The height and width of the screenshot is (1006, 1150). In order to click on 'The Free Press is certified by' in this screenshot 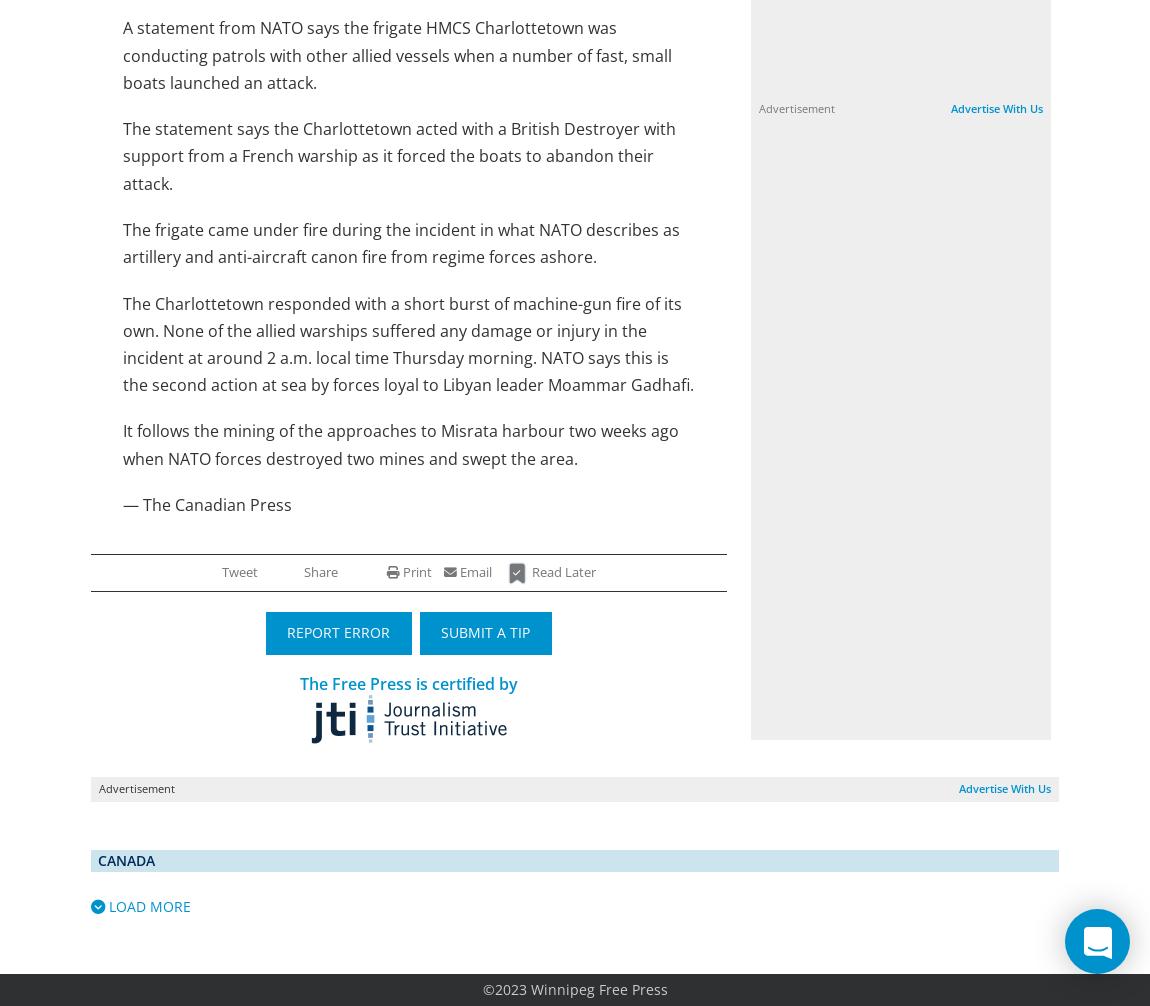, I will do `click(408, 682)`.